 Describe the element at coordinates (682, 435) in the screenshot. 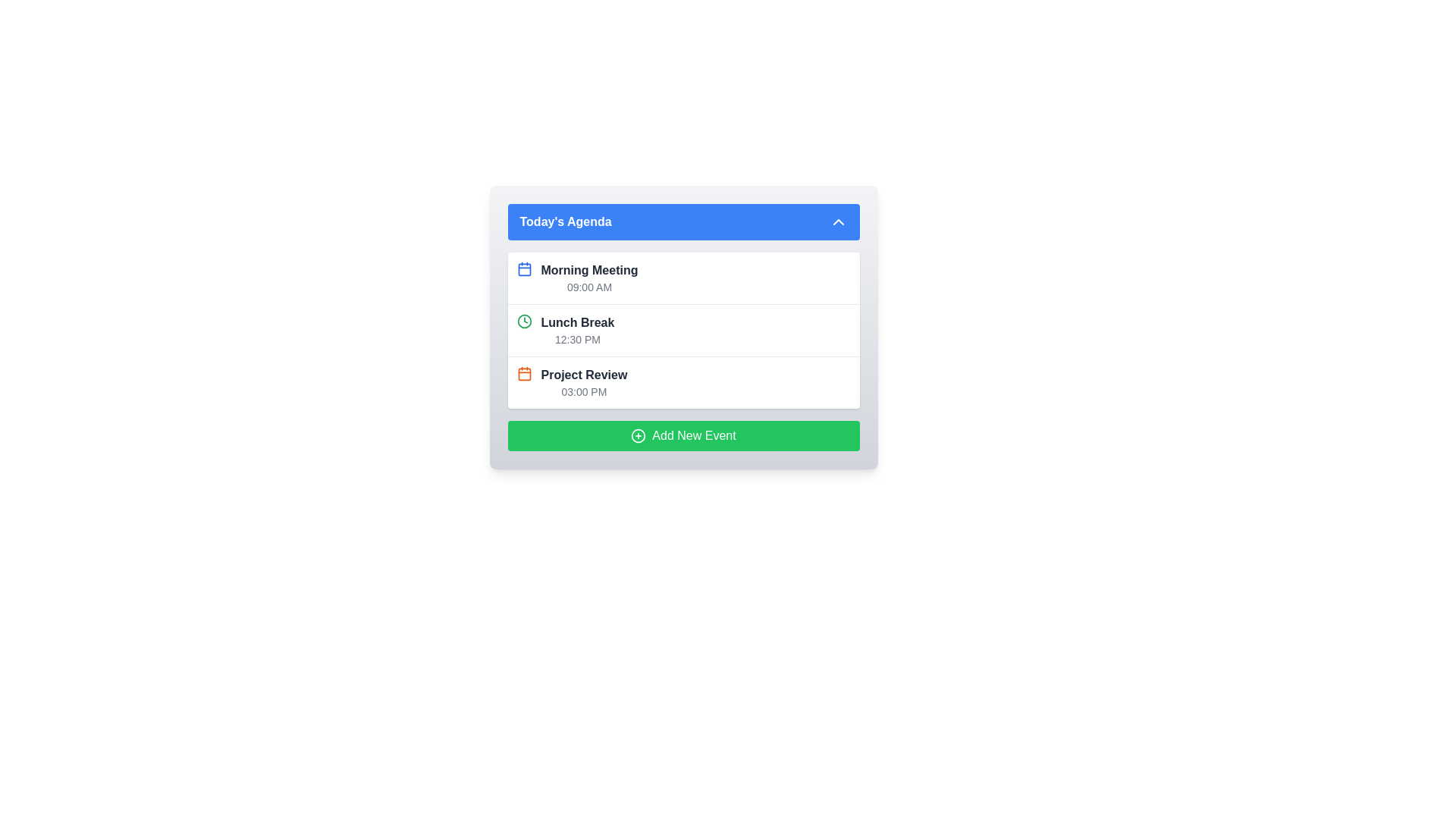

I see `the button at the bottom of the agenda card to observe the hover effect` at that location.